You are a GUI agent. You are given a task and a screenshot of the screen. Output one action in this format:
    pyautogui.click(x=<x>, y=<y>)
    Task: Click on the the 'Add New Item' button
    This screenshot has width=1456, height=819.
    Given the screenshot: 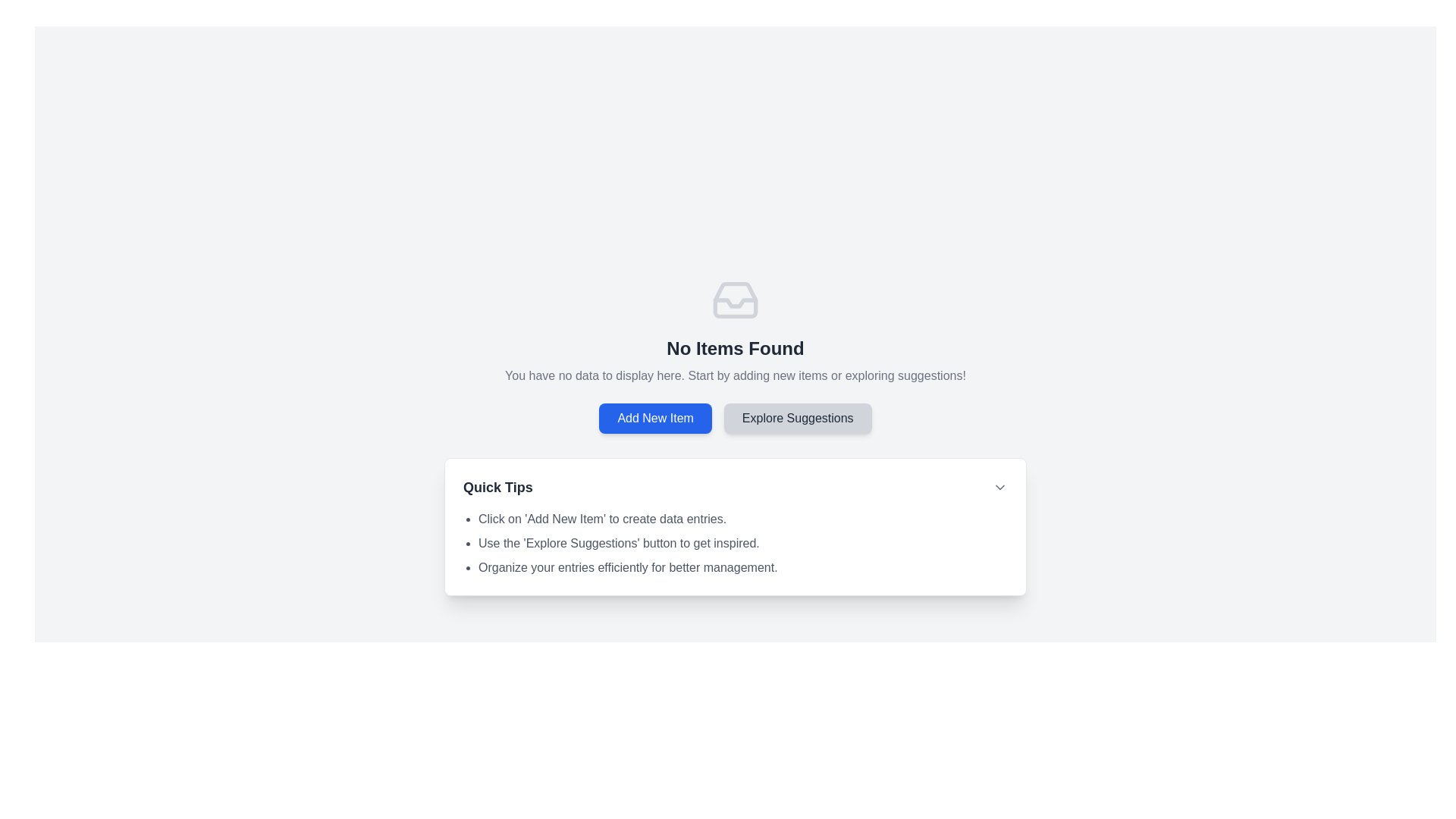 What is the action you would take?
    pyautogui.click(x=655, y=418)
    